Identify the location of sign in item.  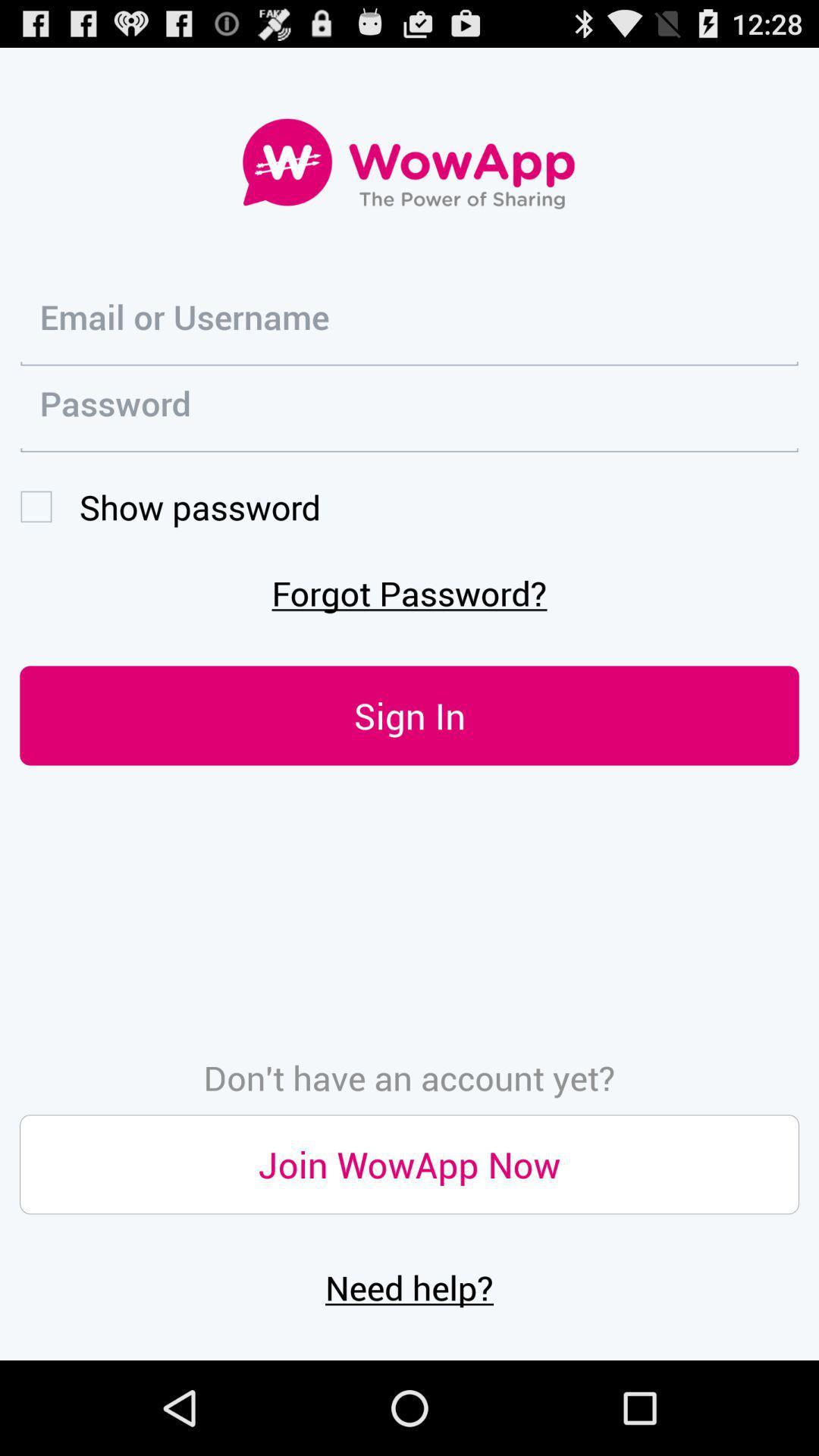
(409, 714).